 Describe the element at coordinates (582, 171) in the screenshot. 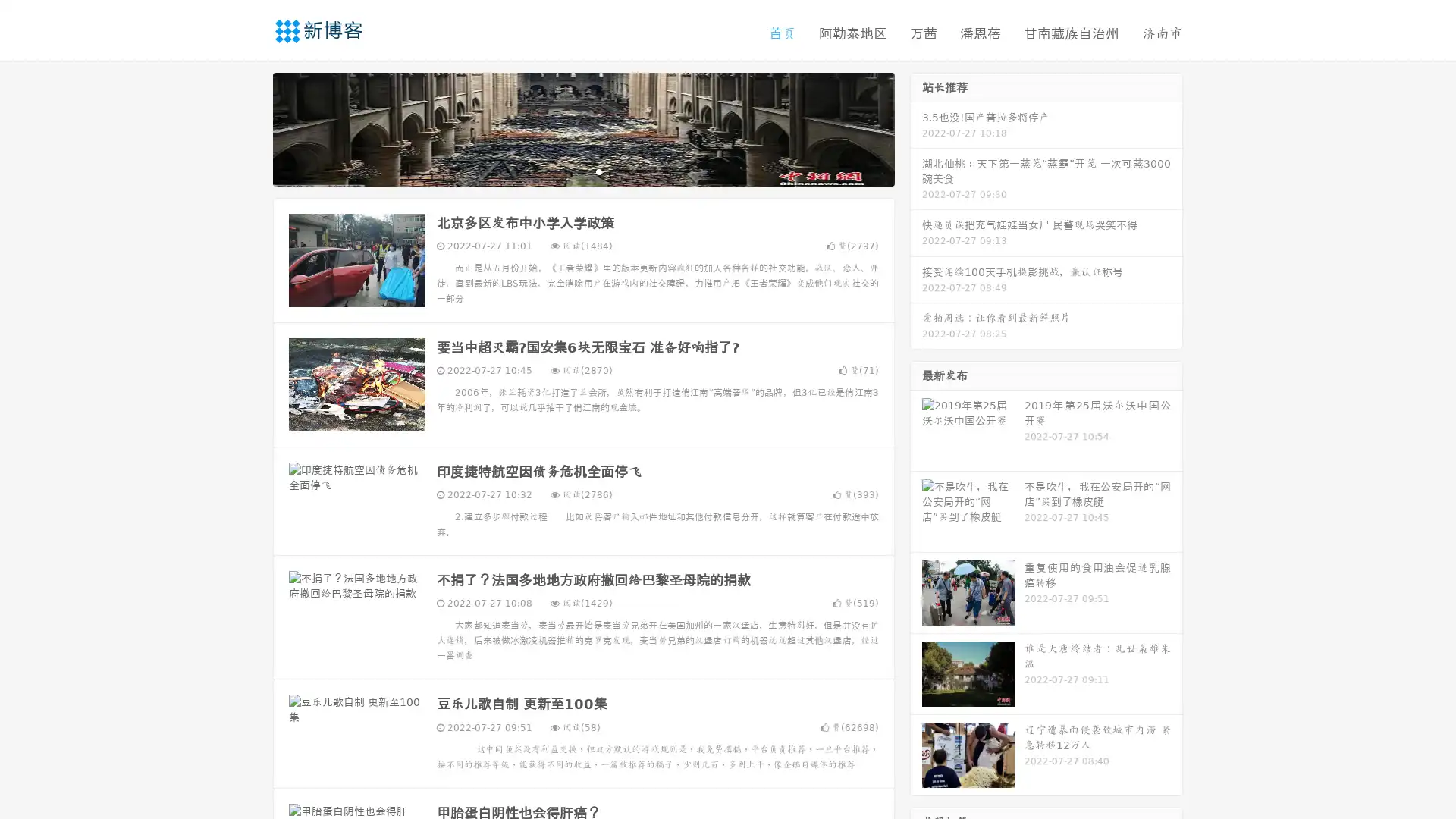

I see `Go to slide 2` at that location.